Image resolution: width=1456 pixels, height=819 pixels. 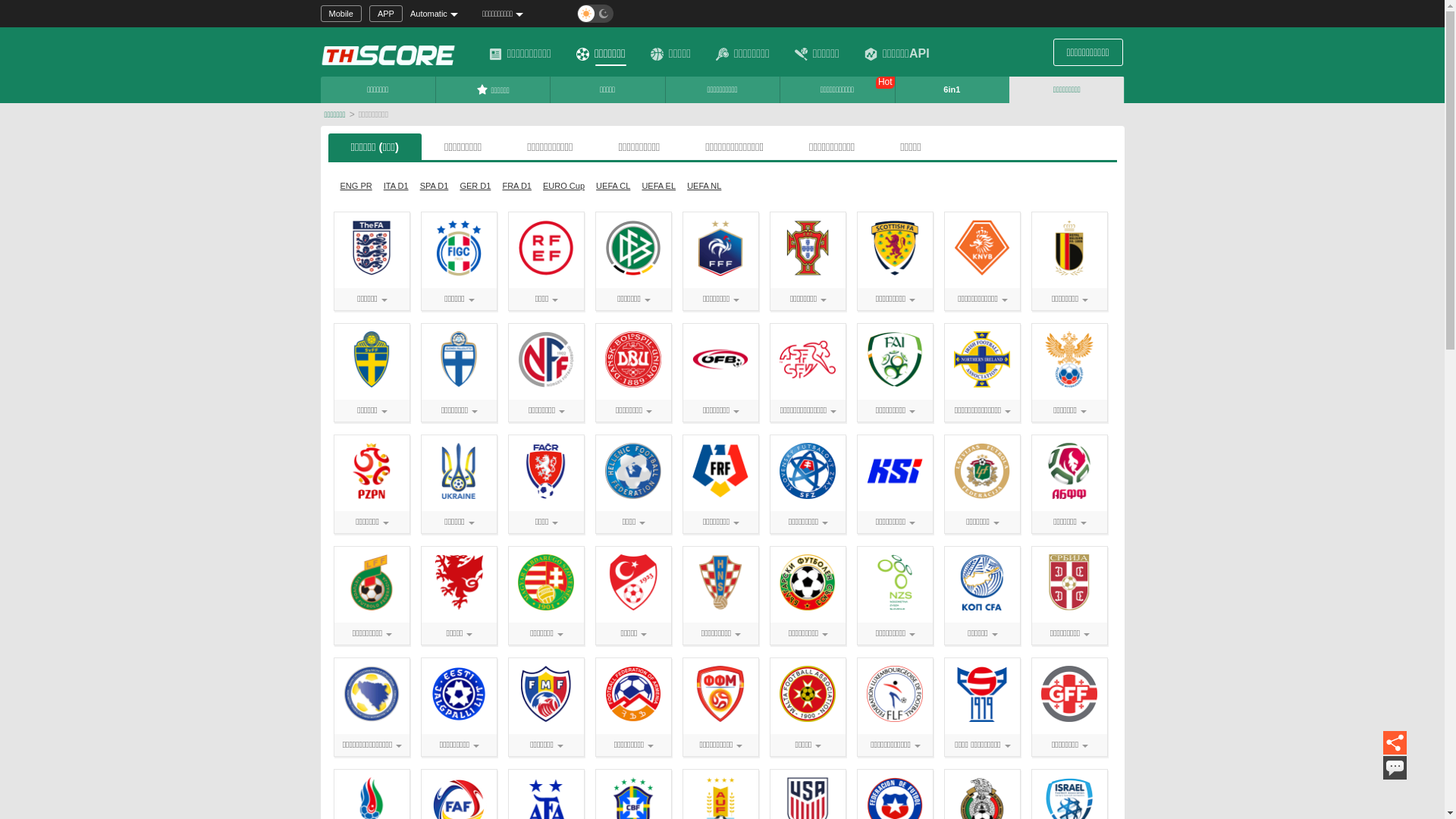 I want to click on '6in1', so click(x=895, y=89).